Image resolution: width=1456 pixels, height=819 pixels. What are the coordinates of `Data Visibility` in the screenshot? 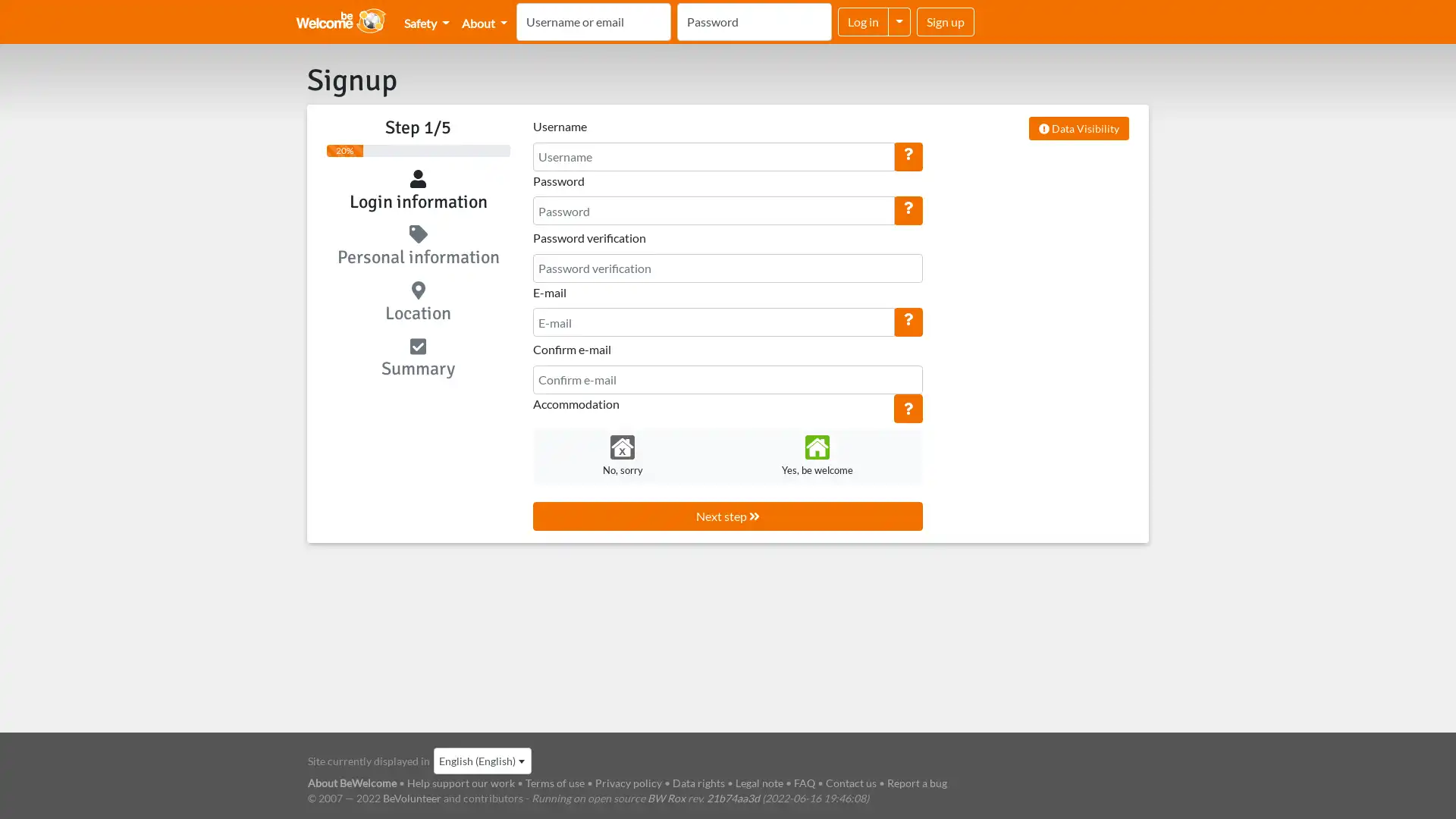 It's located at (1078, 127).